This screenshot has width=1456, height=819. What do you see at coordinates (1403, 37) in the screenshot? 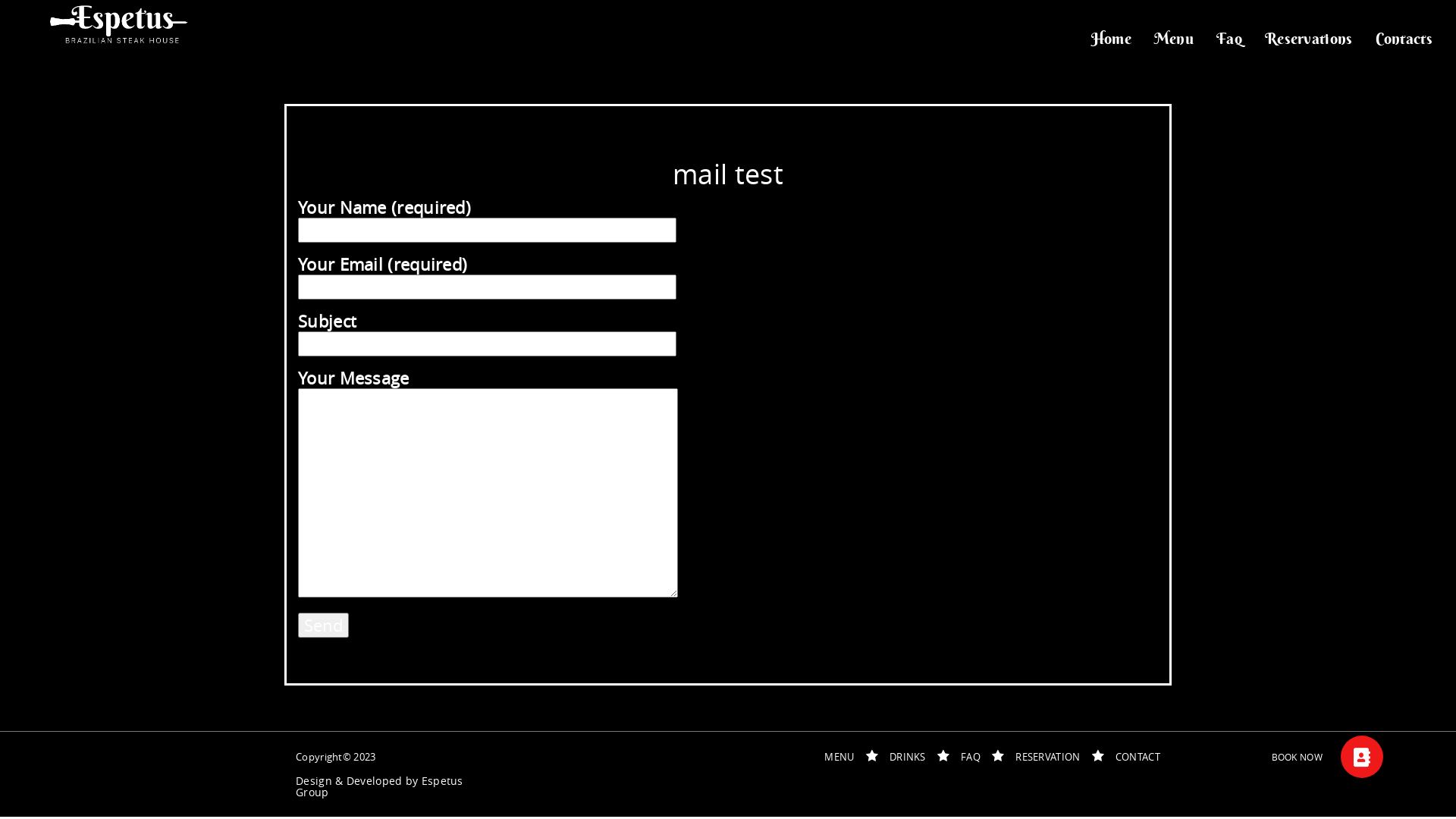
I see `'Contacts'` at bounding box center [1403, 37].